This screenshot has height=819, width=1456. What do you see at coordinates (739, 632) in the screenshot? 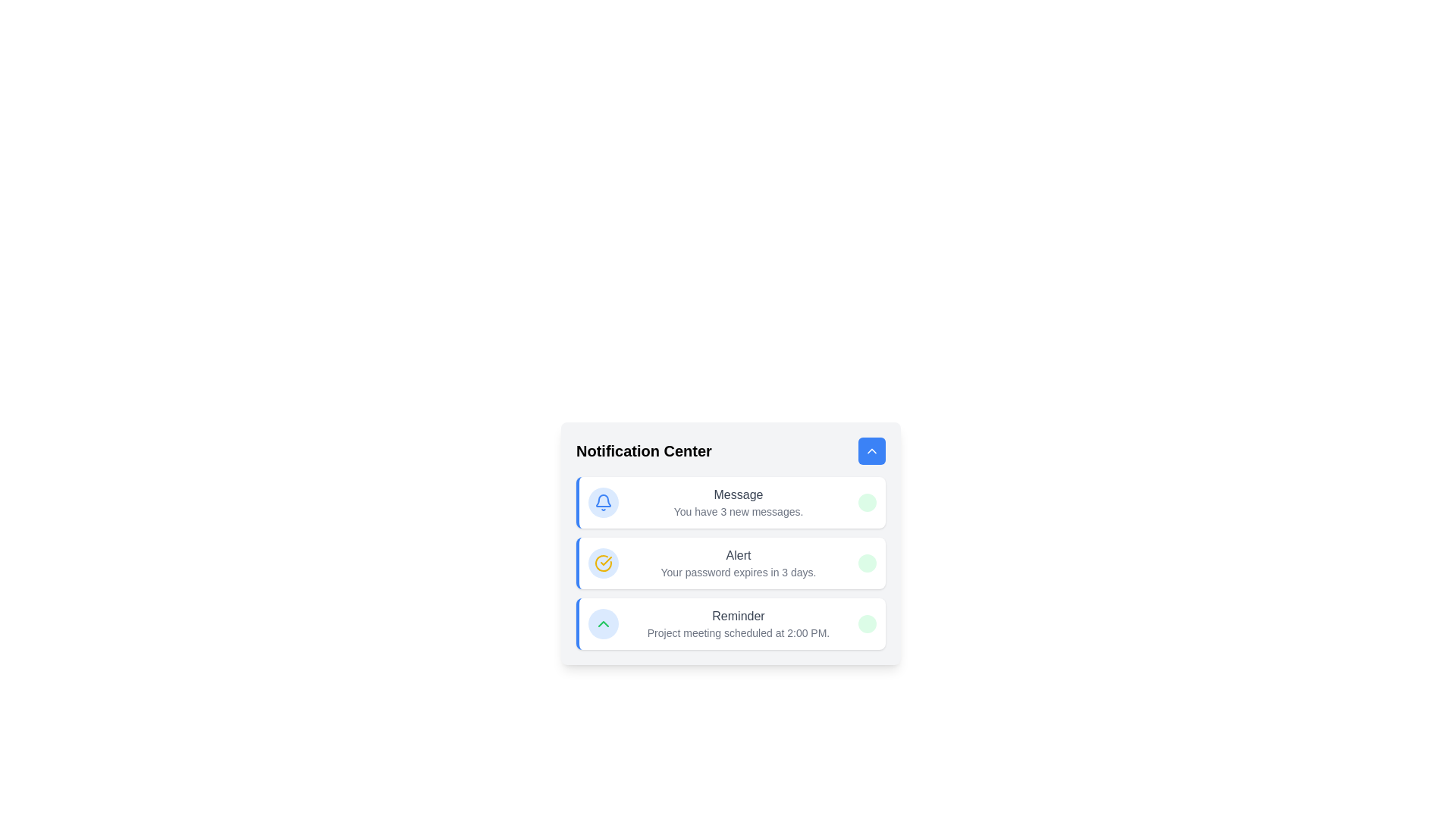
I see `the static text element that provides a reminder for an upcoming project meeting, located under the 'Reminder' title in the 'Notification Center'` at bounding box center [739, 632].